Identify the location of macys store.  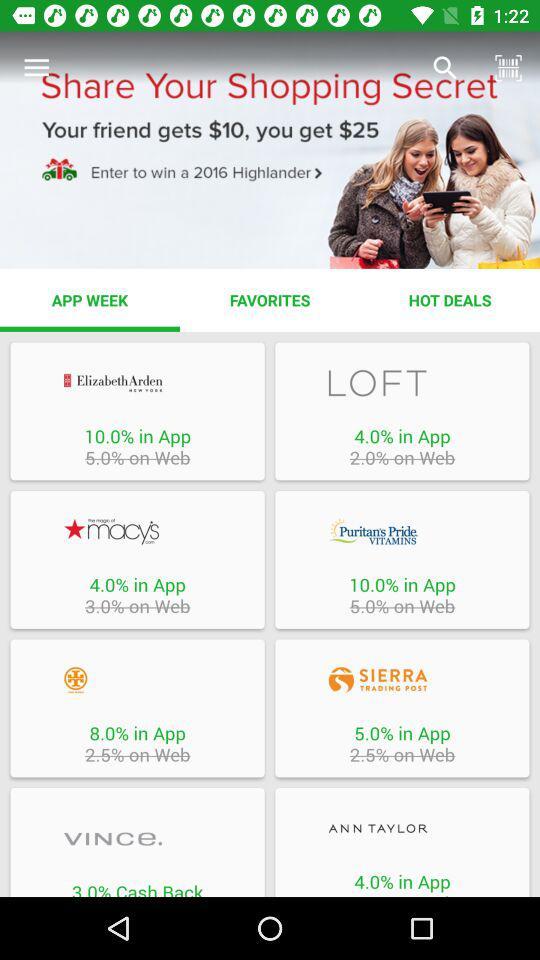
(136, 530).